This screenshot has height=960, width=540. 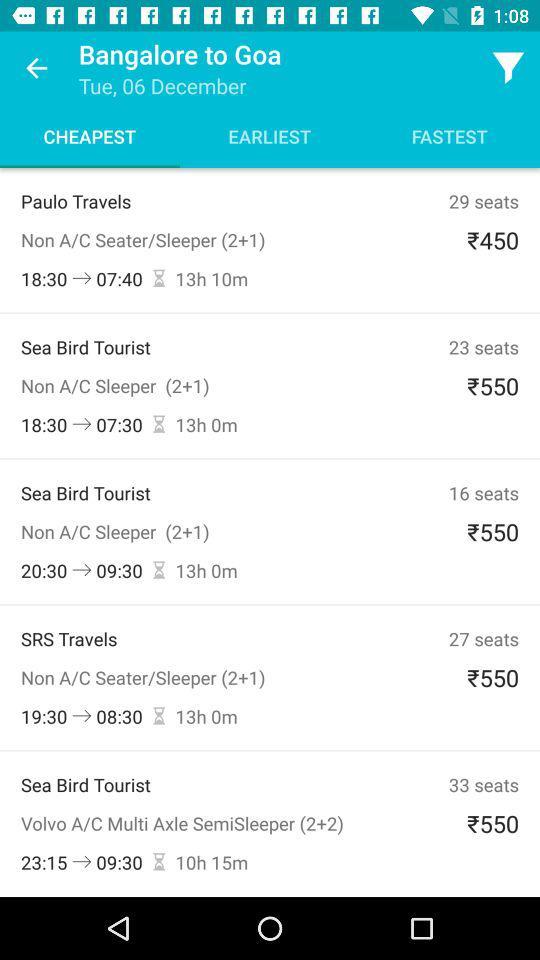 I want to click on the arrow from the second column, so click(x=81, y=424).